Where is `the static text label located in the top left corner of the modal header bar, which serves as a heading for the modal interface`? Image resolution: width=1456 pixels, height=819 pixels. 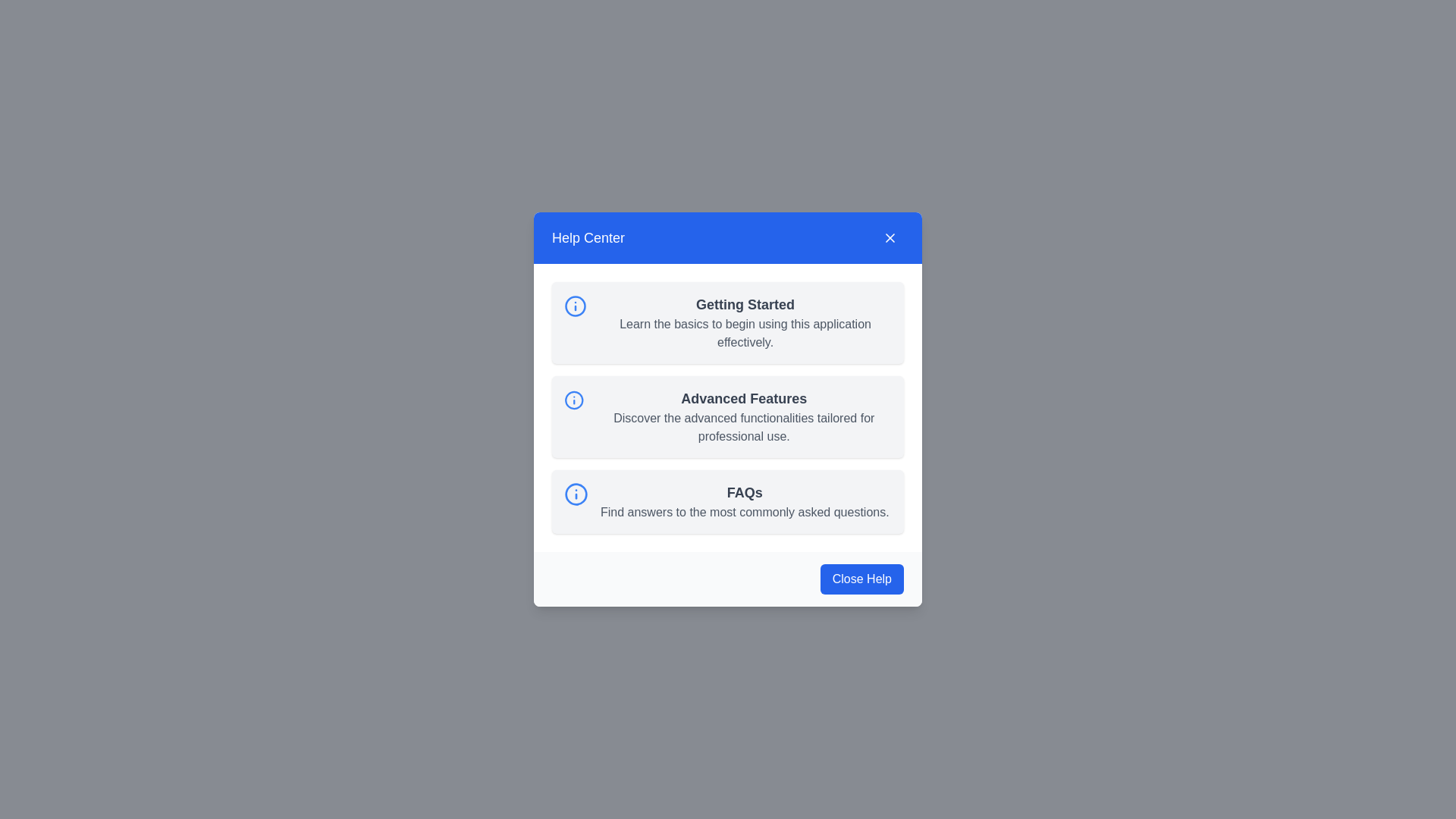 the static text label located in the top left corner of the modal header bar, which serves as a heading for the modal interface is located at coordinates (588, 237).